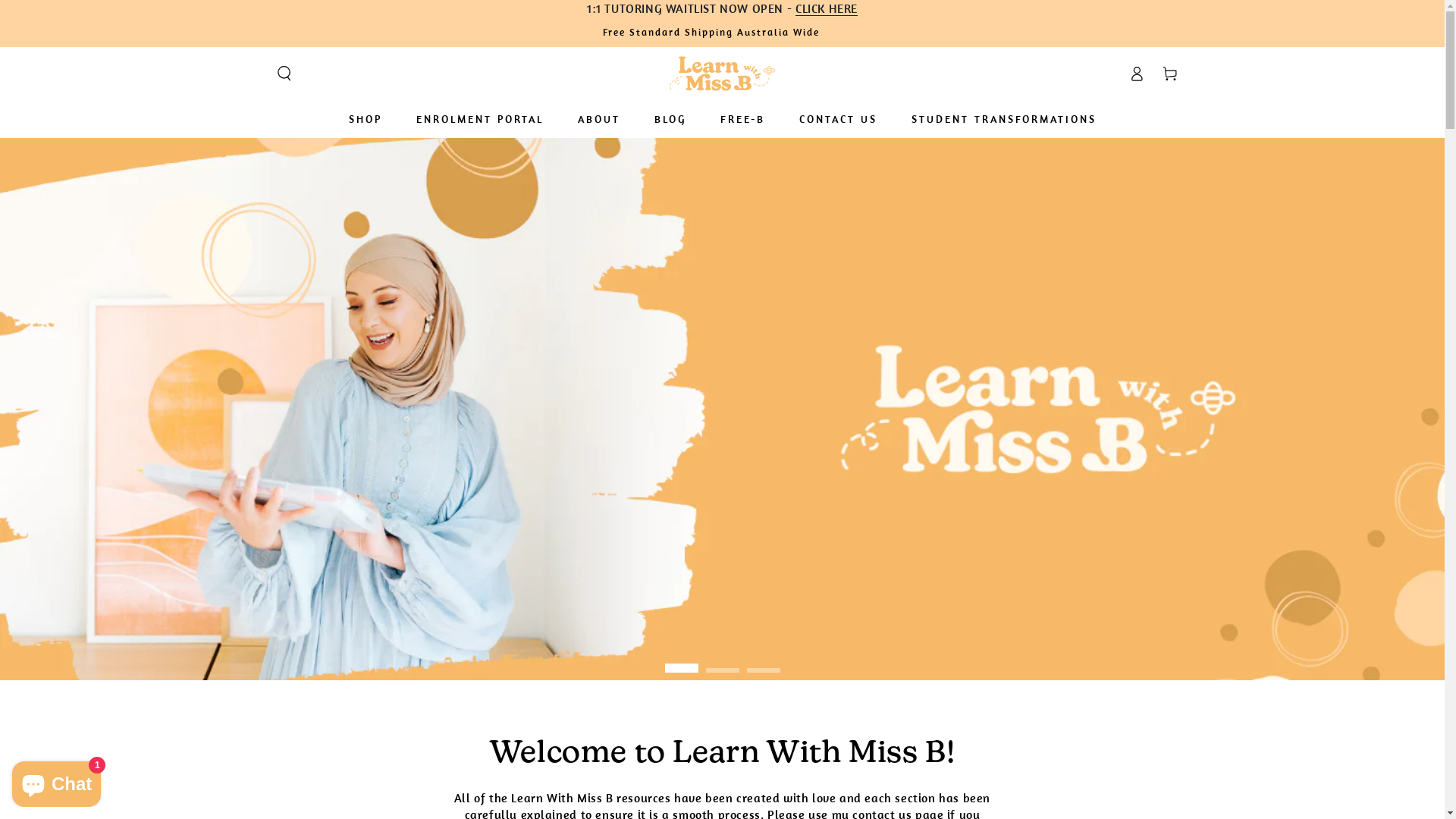  I want to click on 'View slide 2', so click(704, 659).